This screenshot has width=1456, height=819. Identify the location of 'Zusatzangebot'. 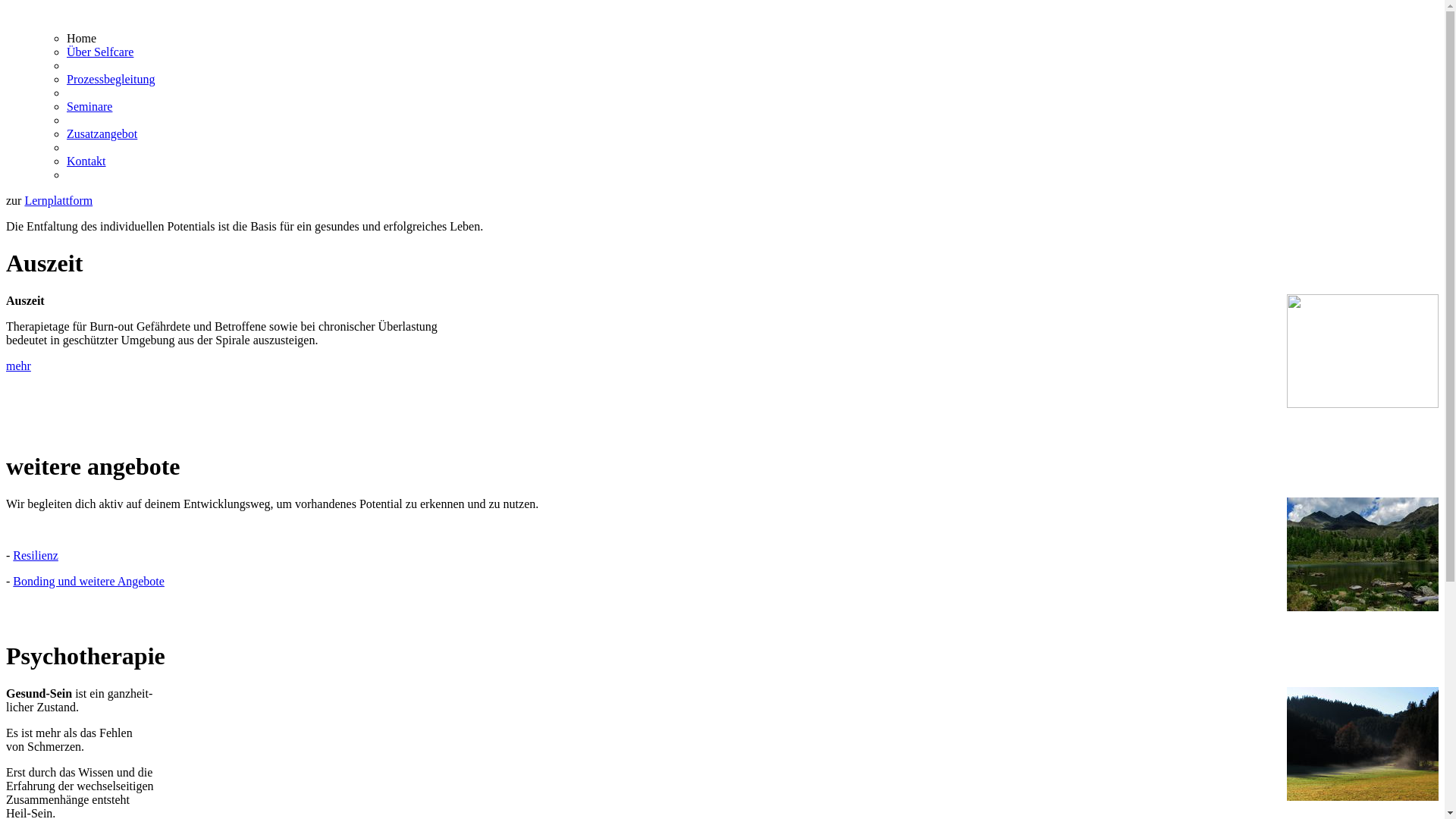
(101, 133).